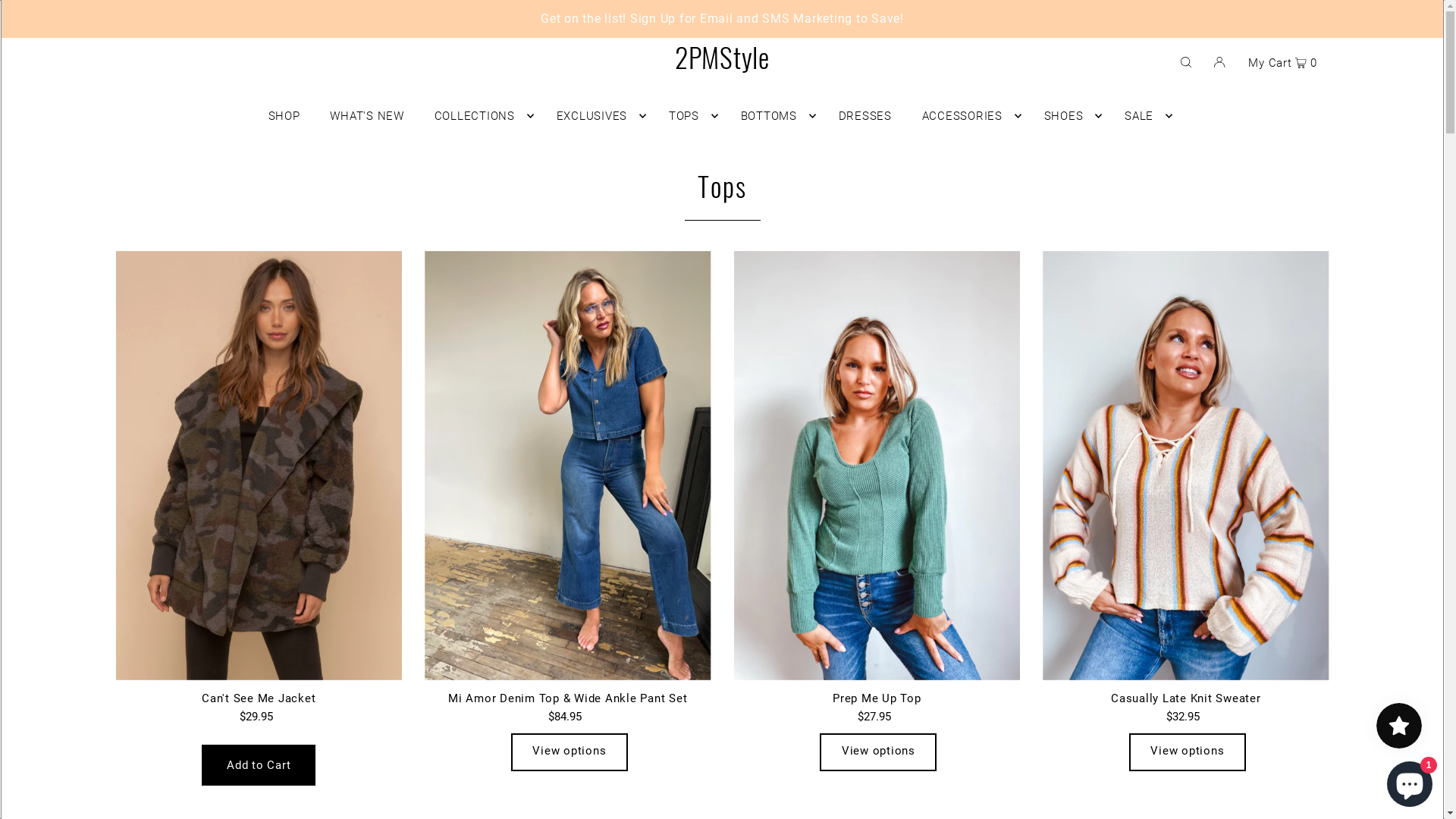  What do you see at coordinates (284, 115) in the screenshot?
I see `'SHOP'` at bounding box center [284, 115].